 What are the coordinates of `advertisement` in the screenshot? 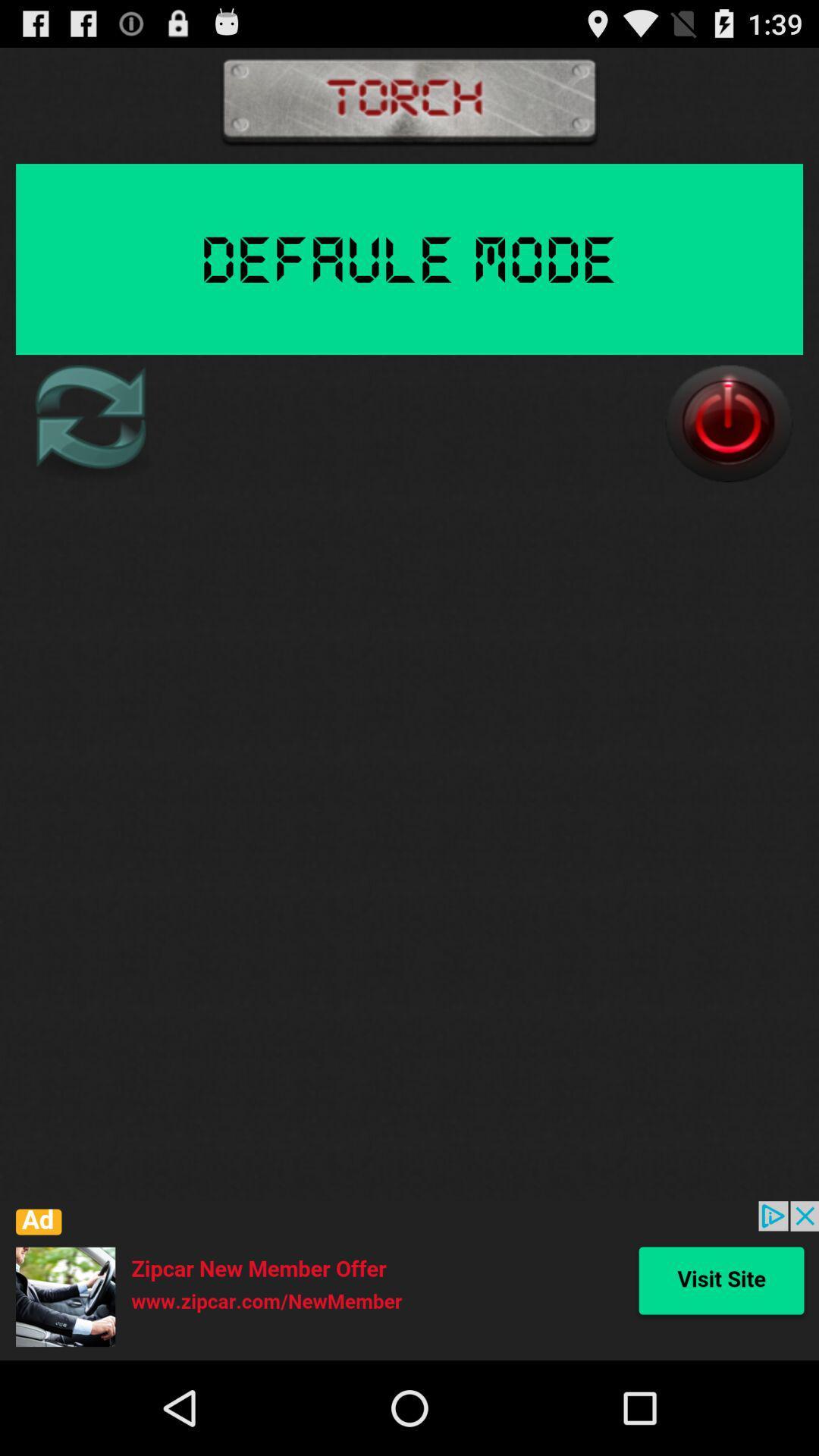 It's located at (409, 1280).